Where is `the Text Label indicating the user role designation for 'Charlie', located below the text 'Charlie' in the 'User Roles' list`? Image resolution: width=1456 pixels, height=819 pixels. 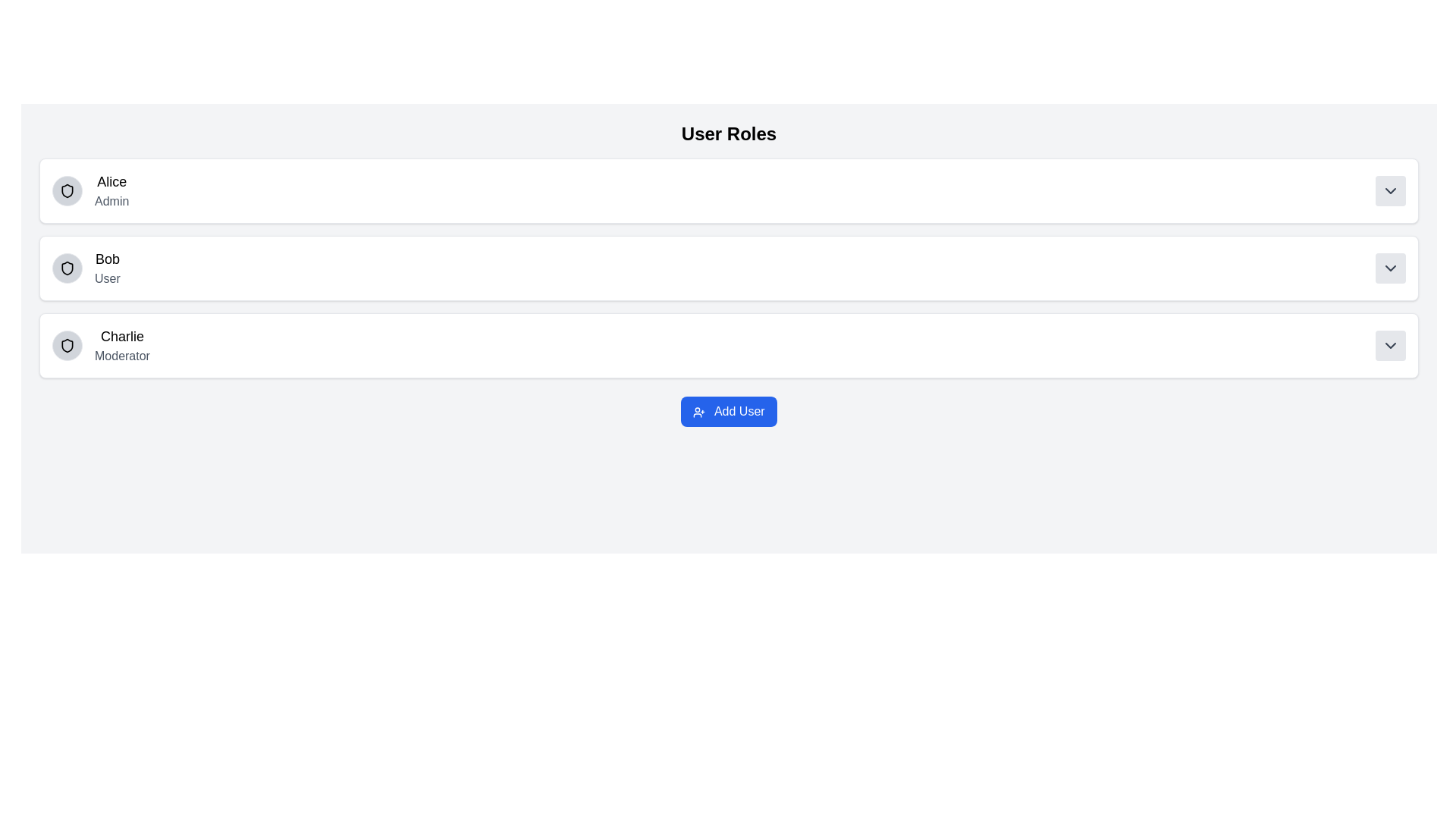 the Text Label indicating the user role designation for 'Charlie', located below the text 'Charlie' in the 'User Roles' list is located at coordinates (122, 356).